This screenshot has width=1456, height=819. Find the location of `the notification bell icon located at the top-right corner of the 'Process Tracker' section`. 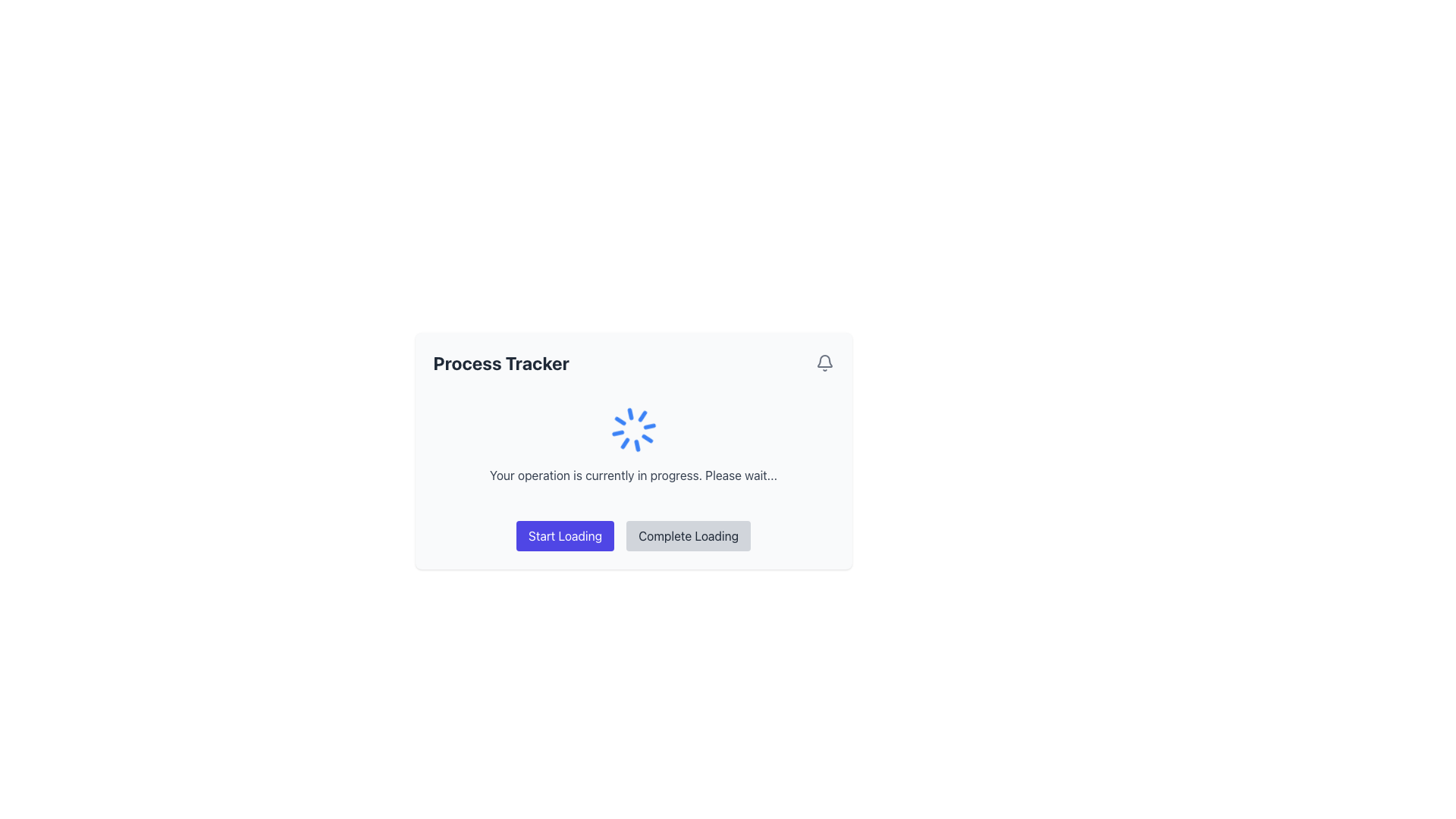

the notification bell icon located at the top-right corner of the 'Process Tracker' section is located at coordinates (824, 362).